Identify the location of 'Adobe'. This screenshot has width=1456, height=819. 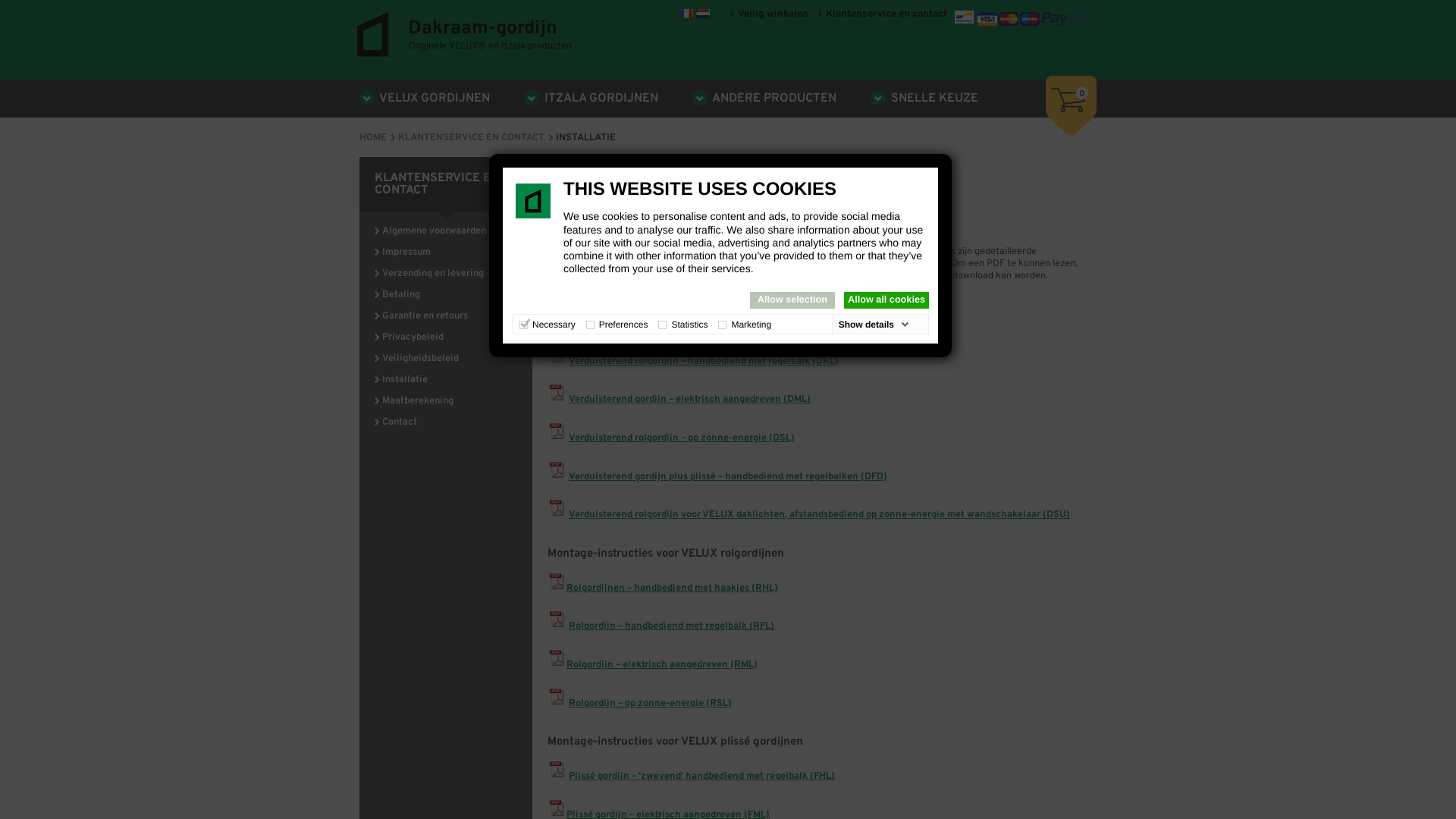
(924, 275).